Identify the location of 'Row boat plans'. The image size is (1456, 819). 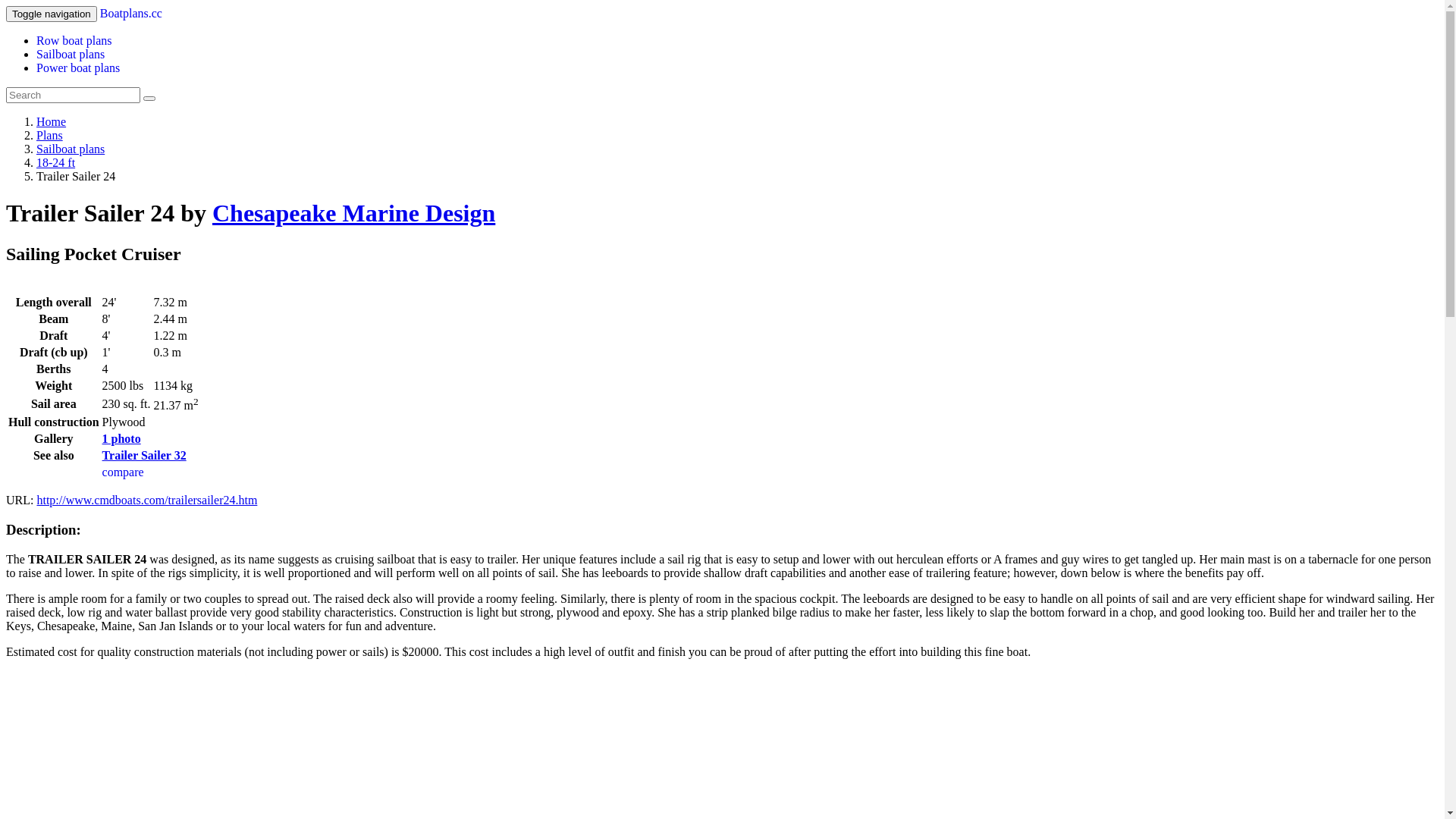
(73, 39).